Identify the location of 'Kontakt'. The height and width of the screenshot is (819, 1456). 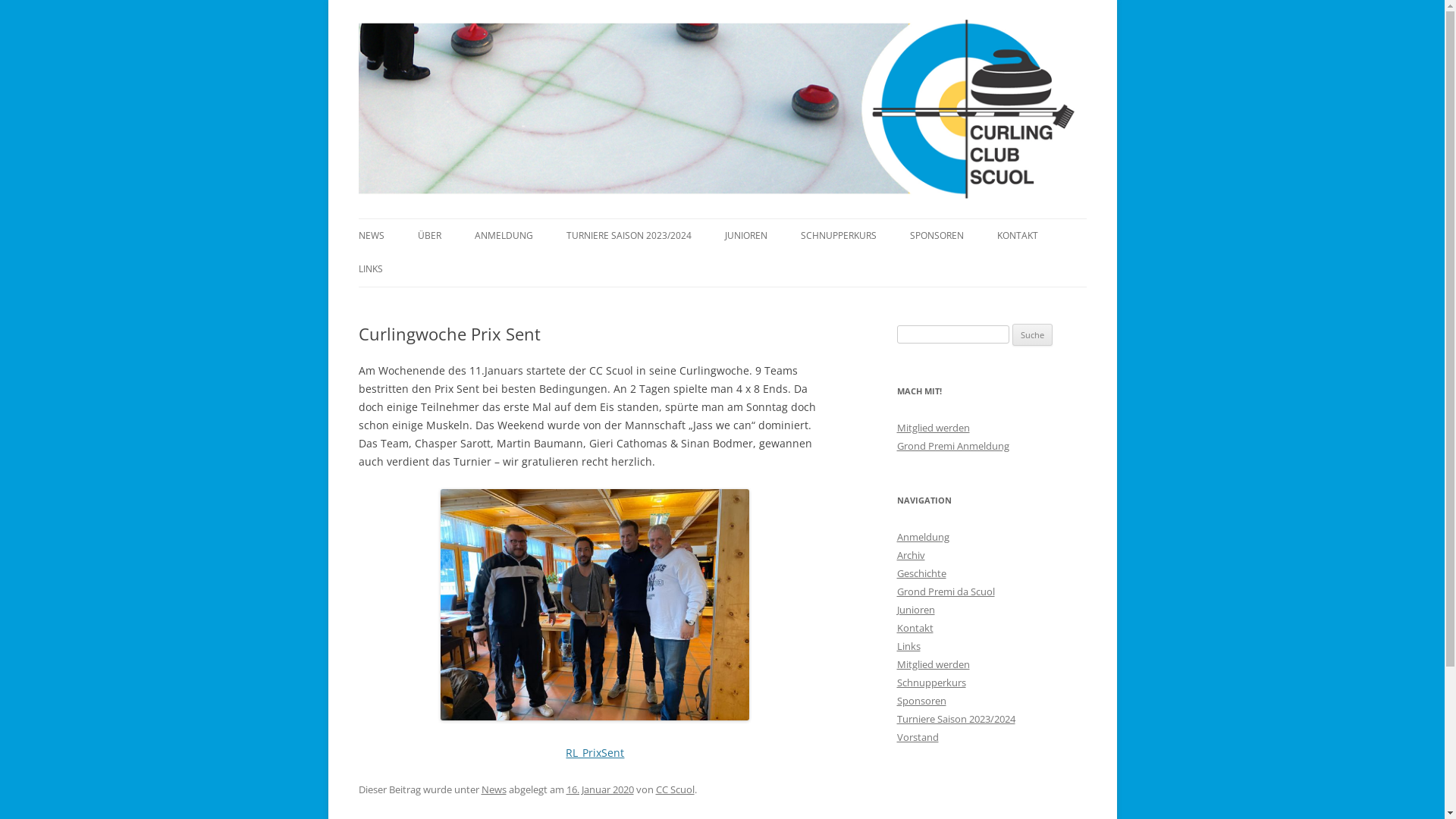
(913, 628).